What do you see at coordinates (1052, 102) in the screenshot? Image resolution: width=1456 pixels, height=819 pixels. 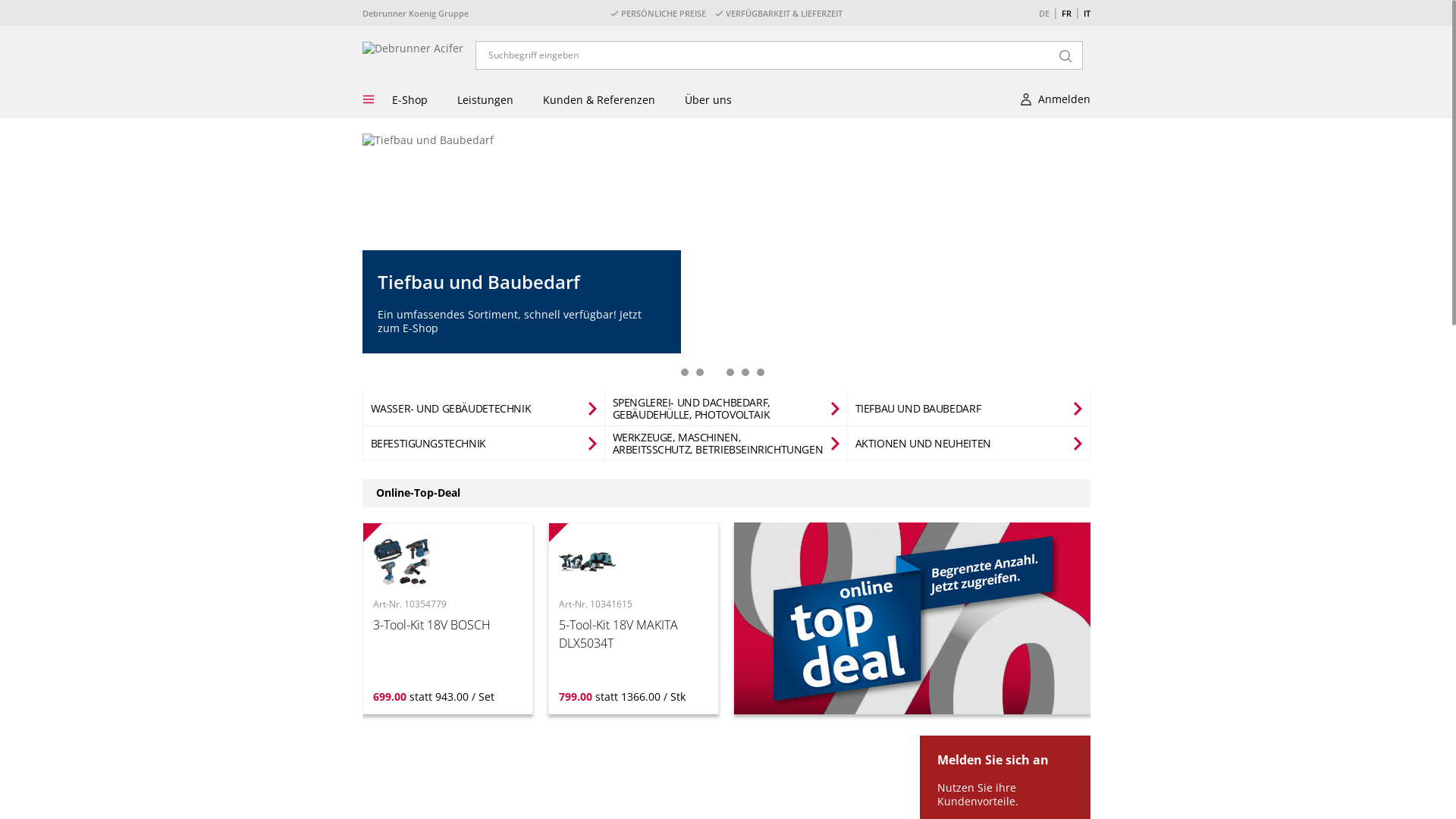 I see `'Anmelden'` at bounding box center [1052, 102].